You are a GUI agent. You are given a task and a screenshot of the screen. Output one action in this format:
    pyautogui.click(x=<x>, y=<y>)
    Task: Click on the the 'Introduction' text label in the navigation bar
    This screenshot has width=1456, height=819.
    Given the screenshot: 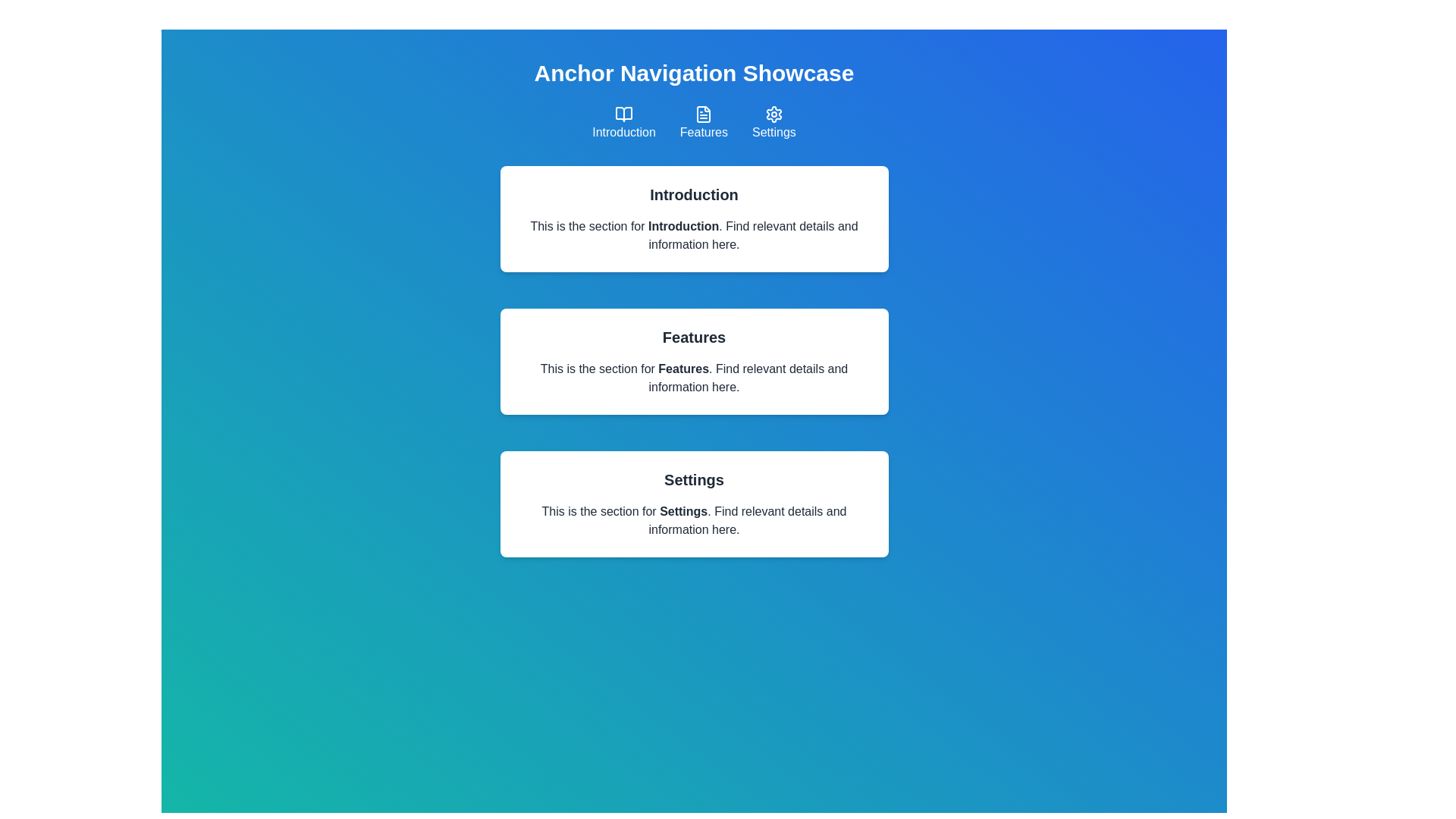 What is the action you would take?
    pyautogui.click(x=624, y=131)
    